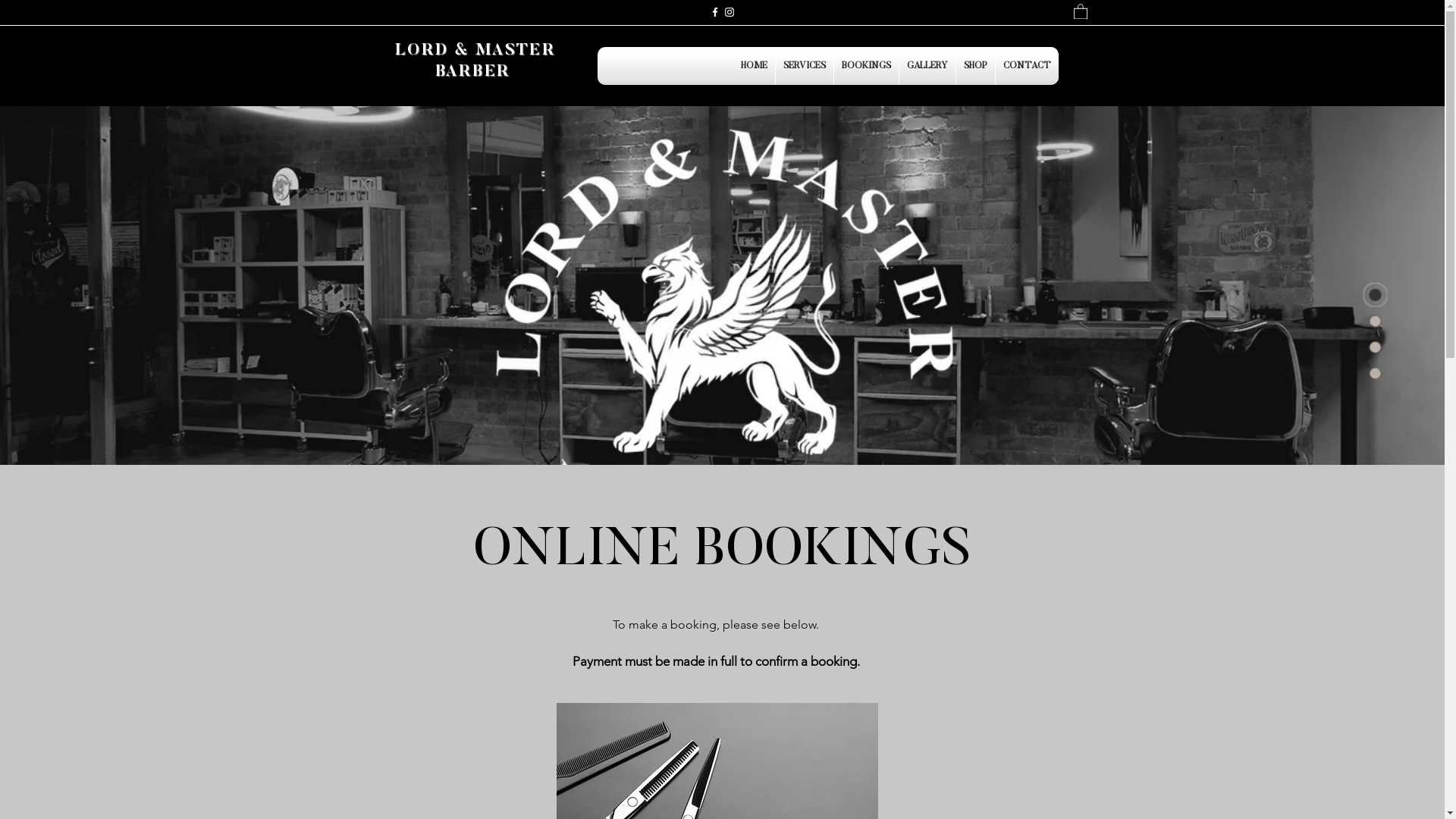  Describe the element at coordinates (395, 48) in the screenshot. I see `'LORD & MASTER'` at that location.